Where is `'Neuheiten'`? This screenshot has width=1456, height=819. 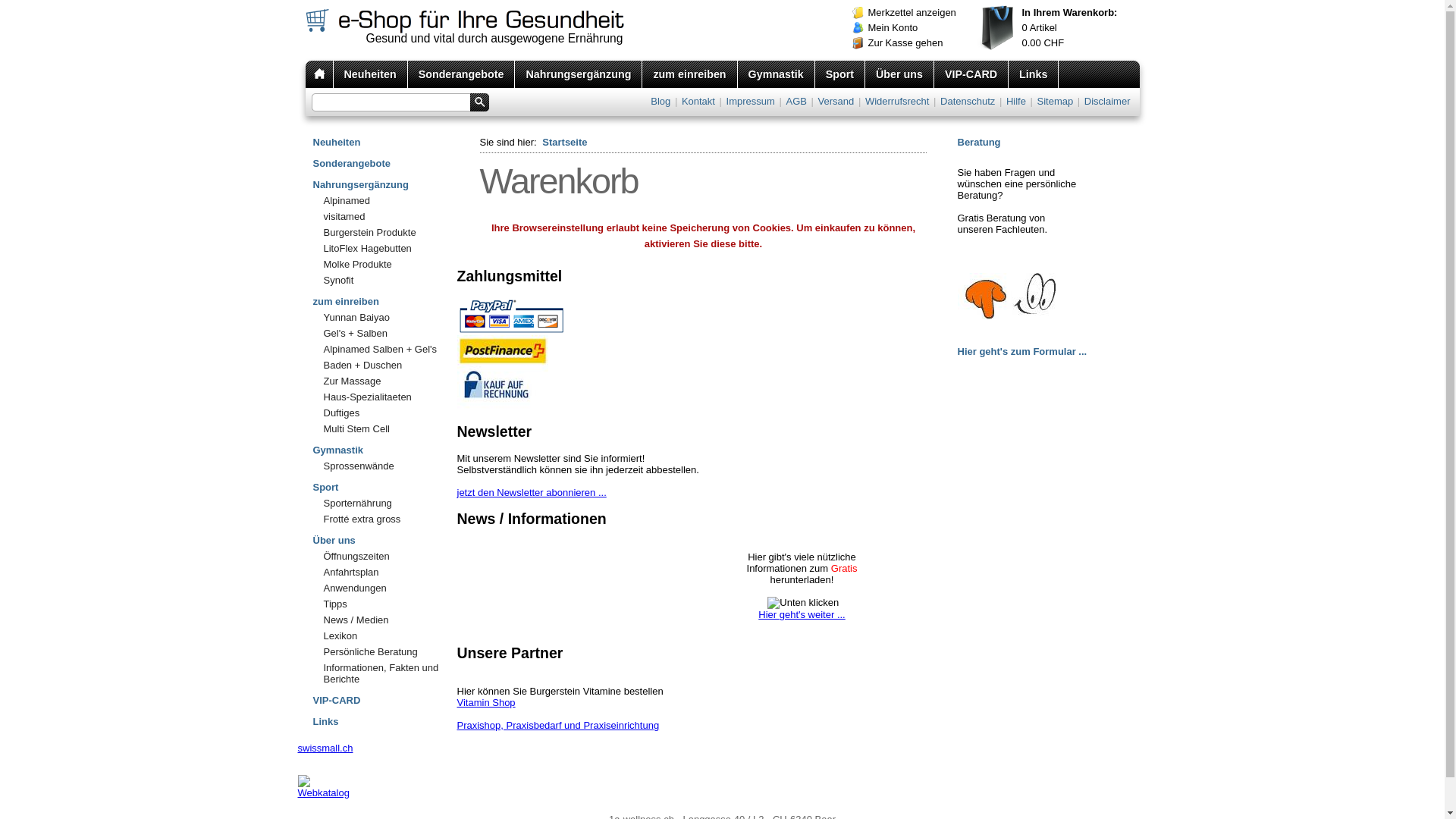 'Neuheiten' is located at coordinates (371, 74).